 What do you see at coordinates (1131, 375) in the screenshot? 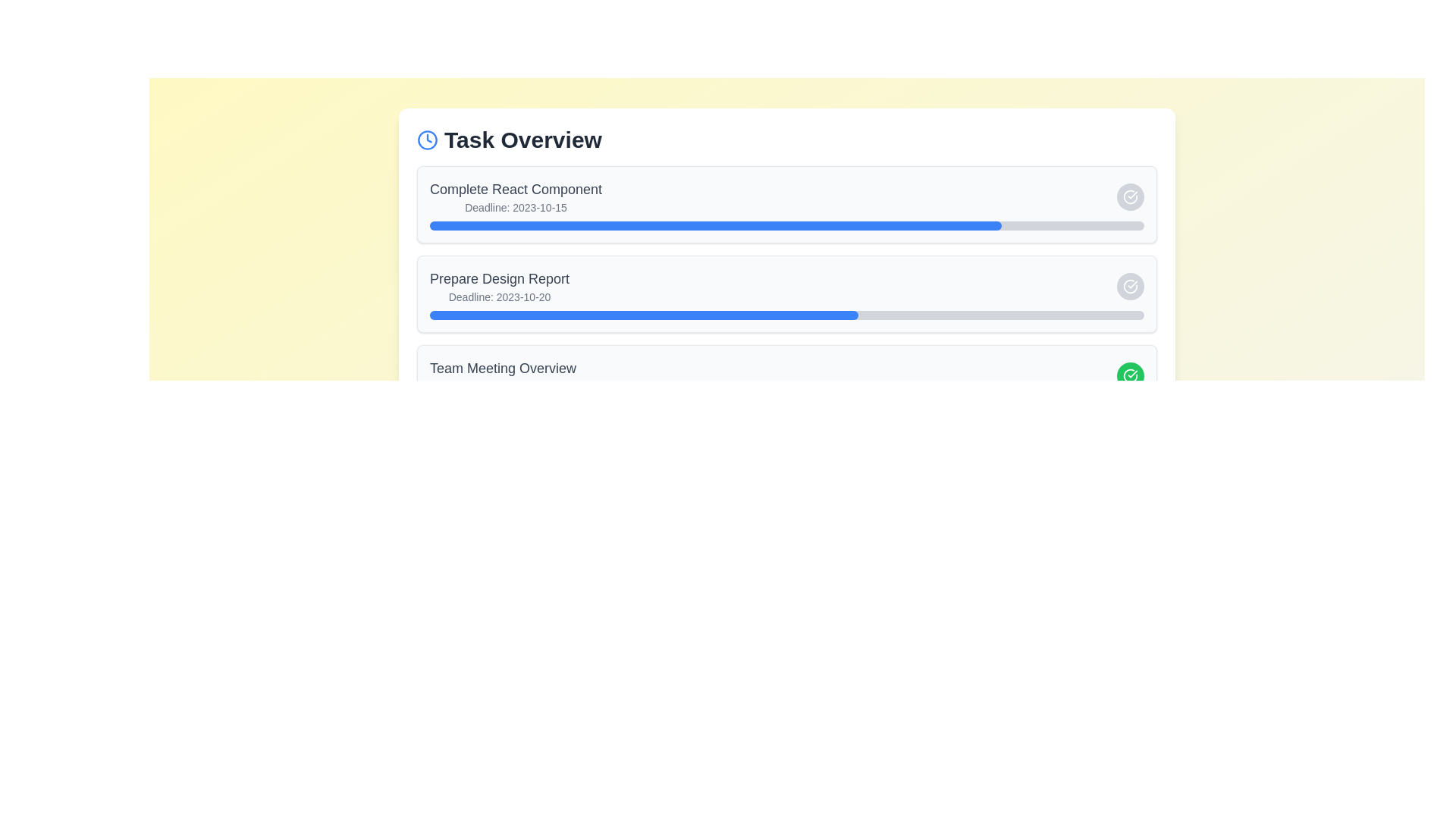
I see `the circular green button with a white checkmark icon in the 'Team Meeting Overview' section to activate hover effects` at bounding box center [1131, 375].